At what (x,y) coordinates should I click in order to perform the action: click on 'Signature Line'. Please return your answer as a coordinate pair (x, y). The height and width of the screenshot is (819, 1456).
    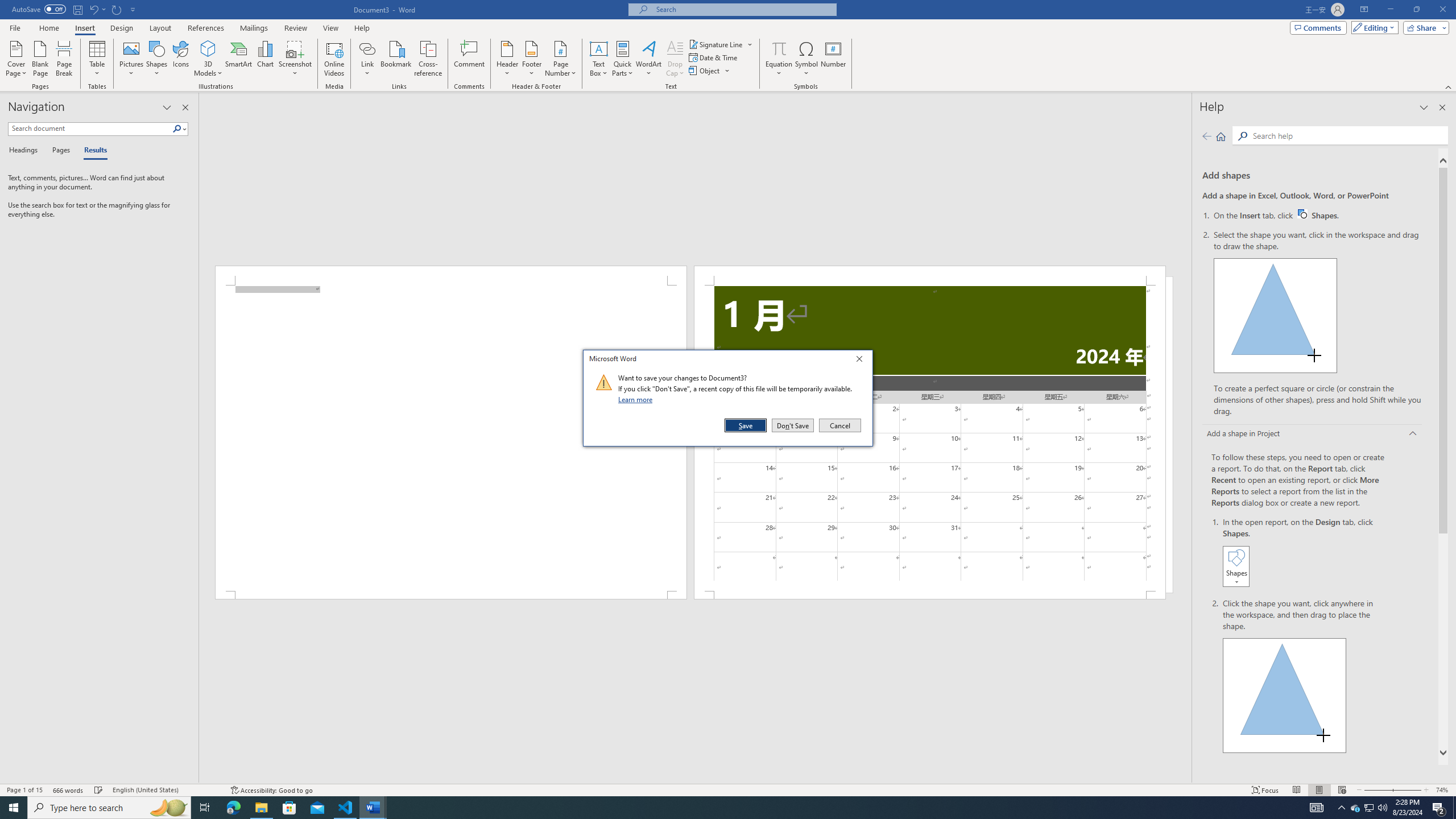
    Looking at the image, I should click on (716, 44).